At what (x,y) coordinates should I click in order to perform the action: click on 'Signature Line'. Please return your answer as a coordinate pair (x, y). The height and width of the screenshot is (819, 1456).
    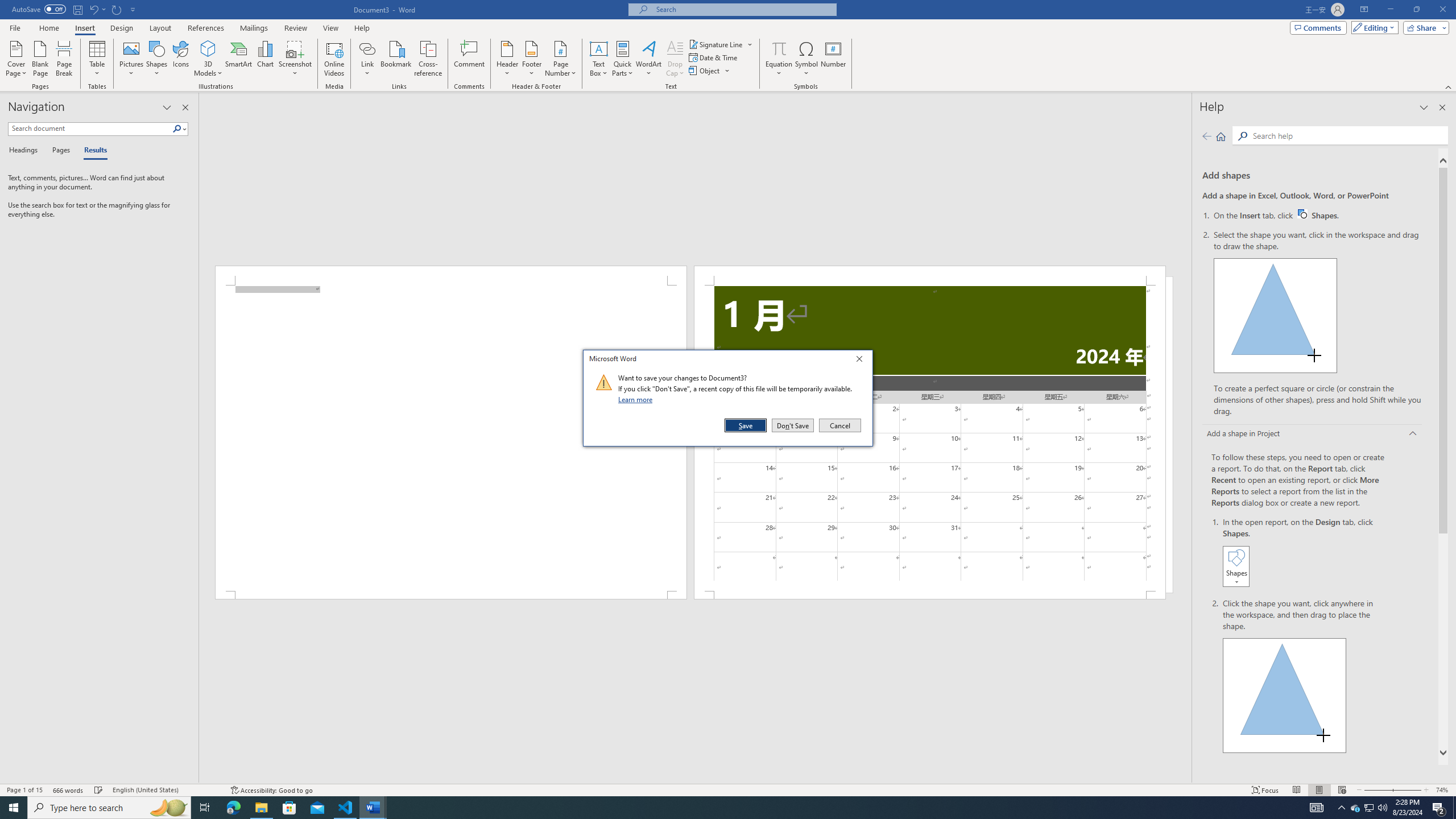
    Looking at the image, I should click on (716, 44).